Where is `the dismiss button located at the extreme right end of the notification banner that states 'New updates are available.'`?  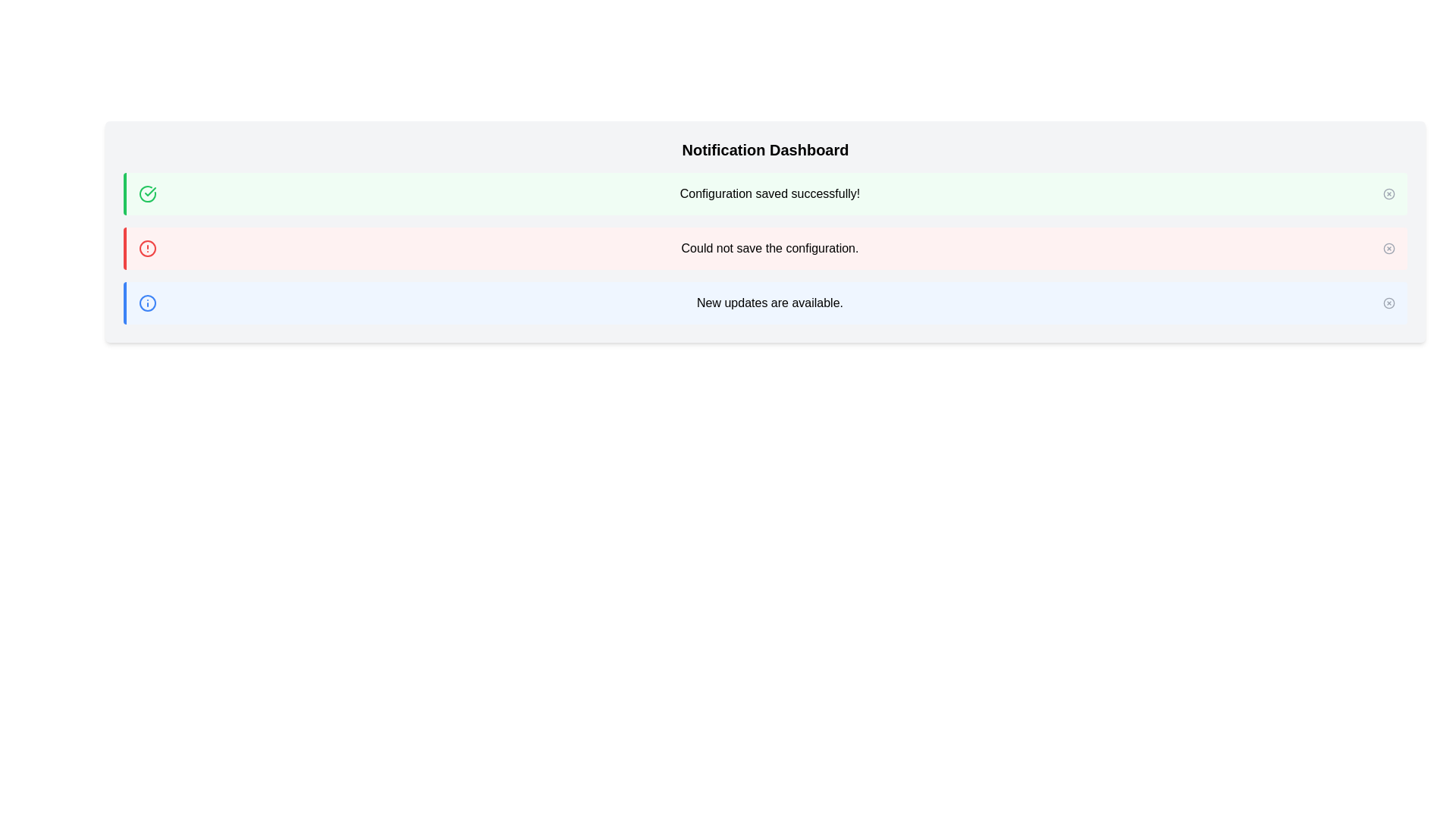 the dismiss button located at the extreme right end of the notification banner that states 'New updates are available.' is located at coordinates (1389, 303).